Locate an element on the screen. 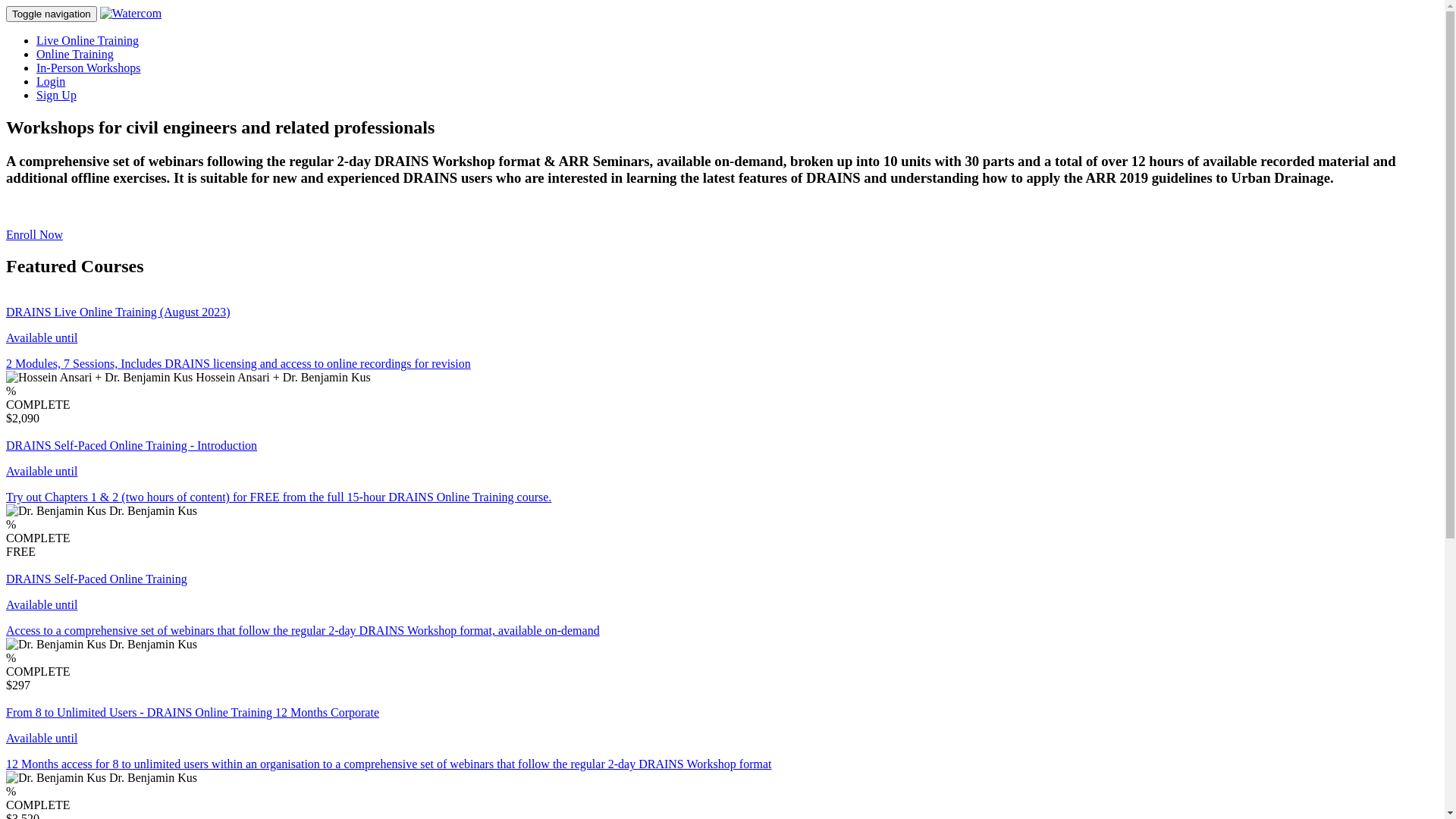  'Toggle navigation' is located at coordinates (51, 14).